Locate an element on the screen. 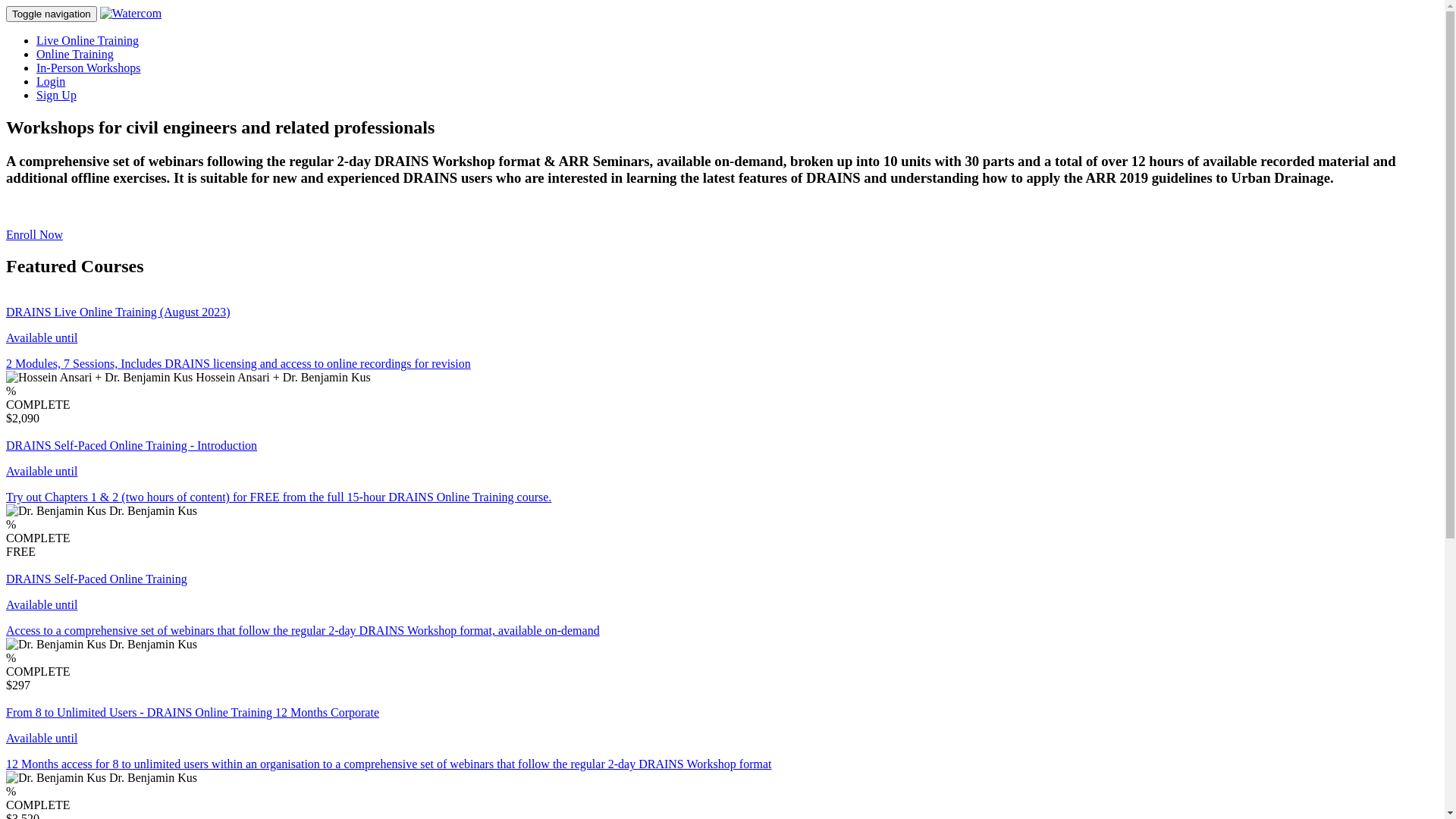  'Toggle navigation' is located at coordinates (51, 14).